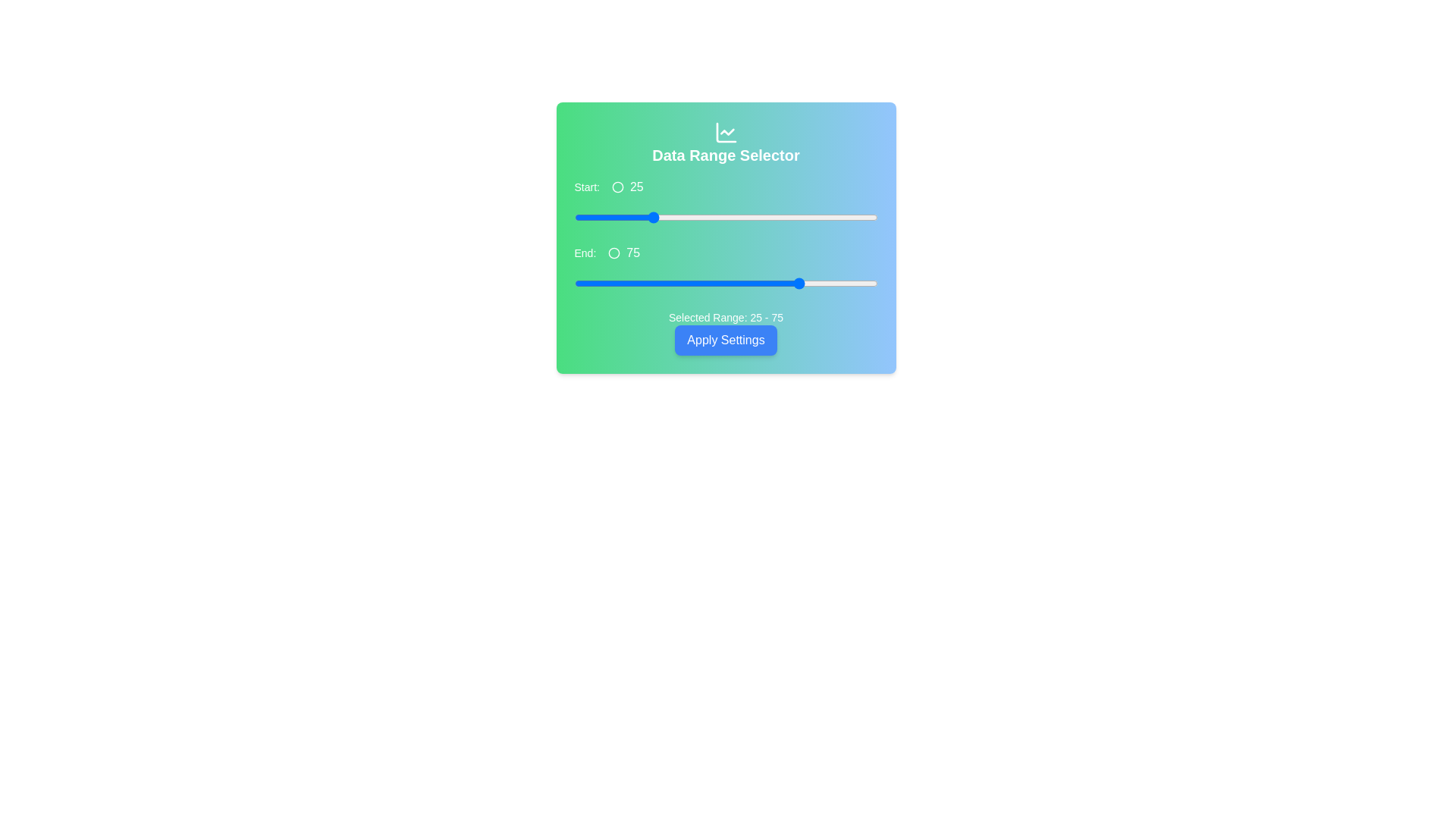 This screenshot has width=1456, height=819. What do you see at coordinates (586, 186) in the screenshot?
I see `the Text Label indicating the starting value of a range selector located in the upper left section of the interface` at bounding box center [586, 186].